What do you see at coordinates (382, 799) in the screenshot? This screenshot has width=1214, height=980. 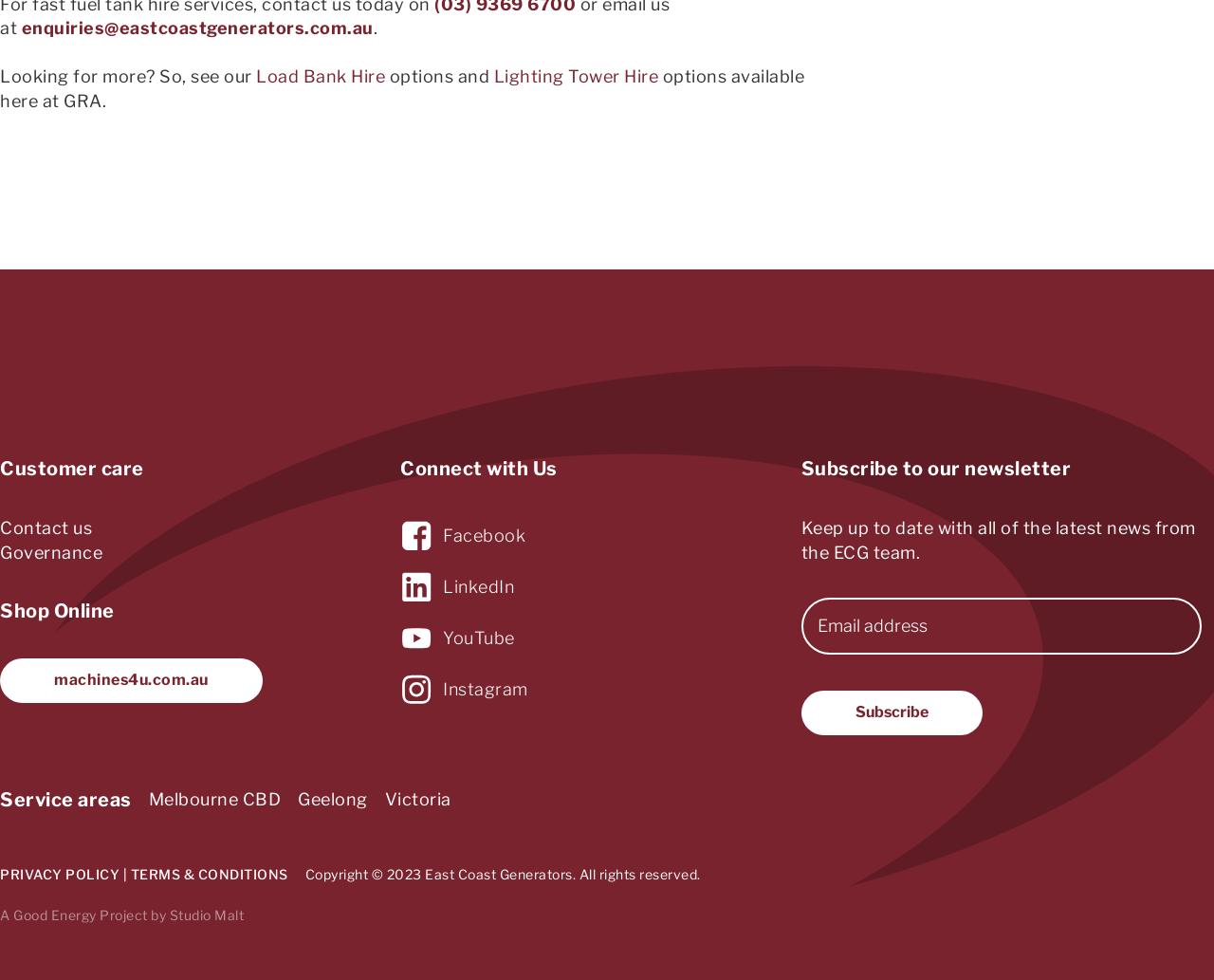 I see `'Victoria'` at bounding box center [382, 799].